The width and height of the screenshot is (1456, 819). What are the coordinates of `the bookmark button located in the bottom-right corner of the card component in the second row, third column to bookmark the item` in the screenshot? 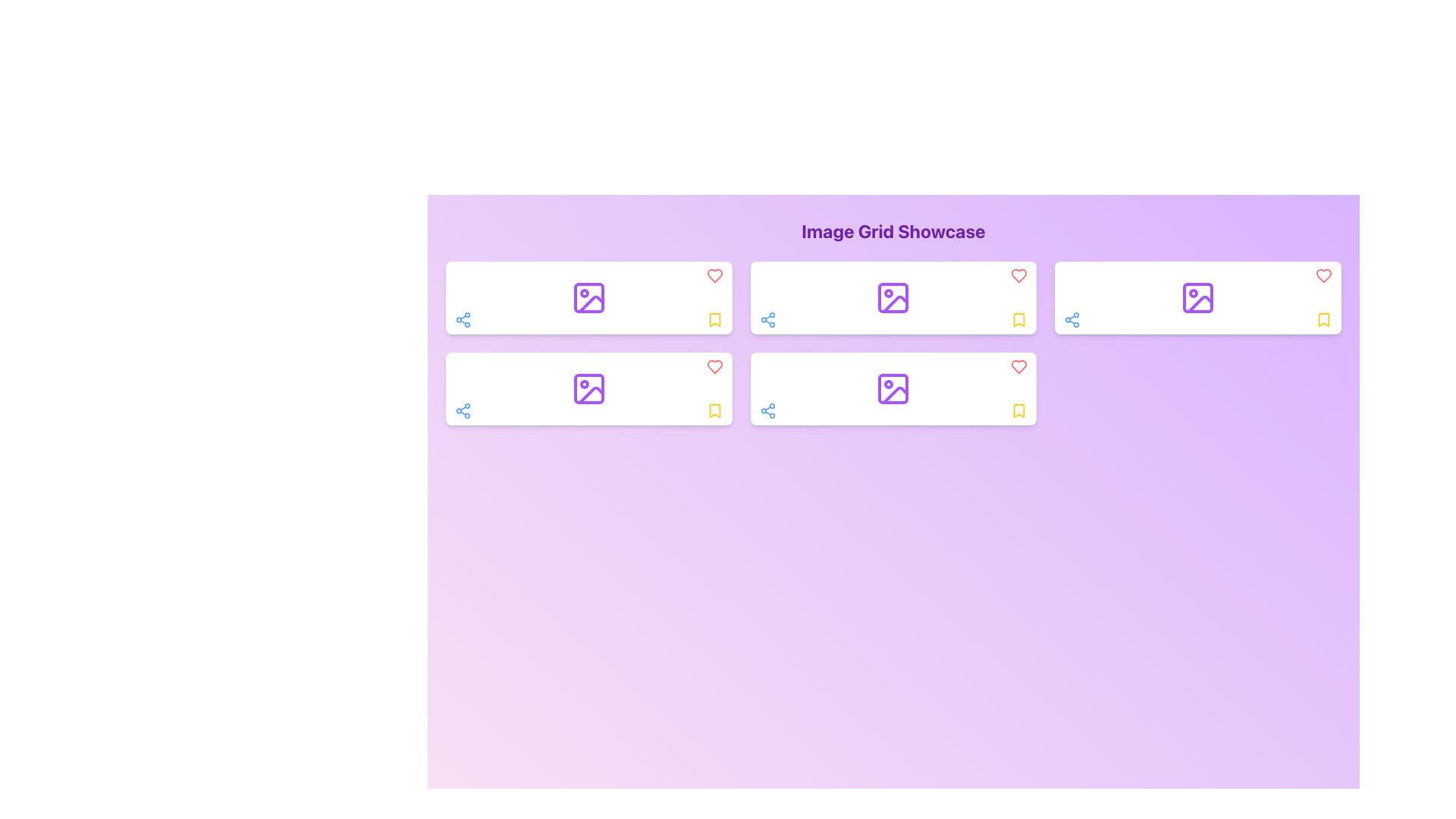 It's located at (714, 411).